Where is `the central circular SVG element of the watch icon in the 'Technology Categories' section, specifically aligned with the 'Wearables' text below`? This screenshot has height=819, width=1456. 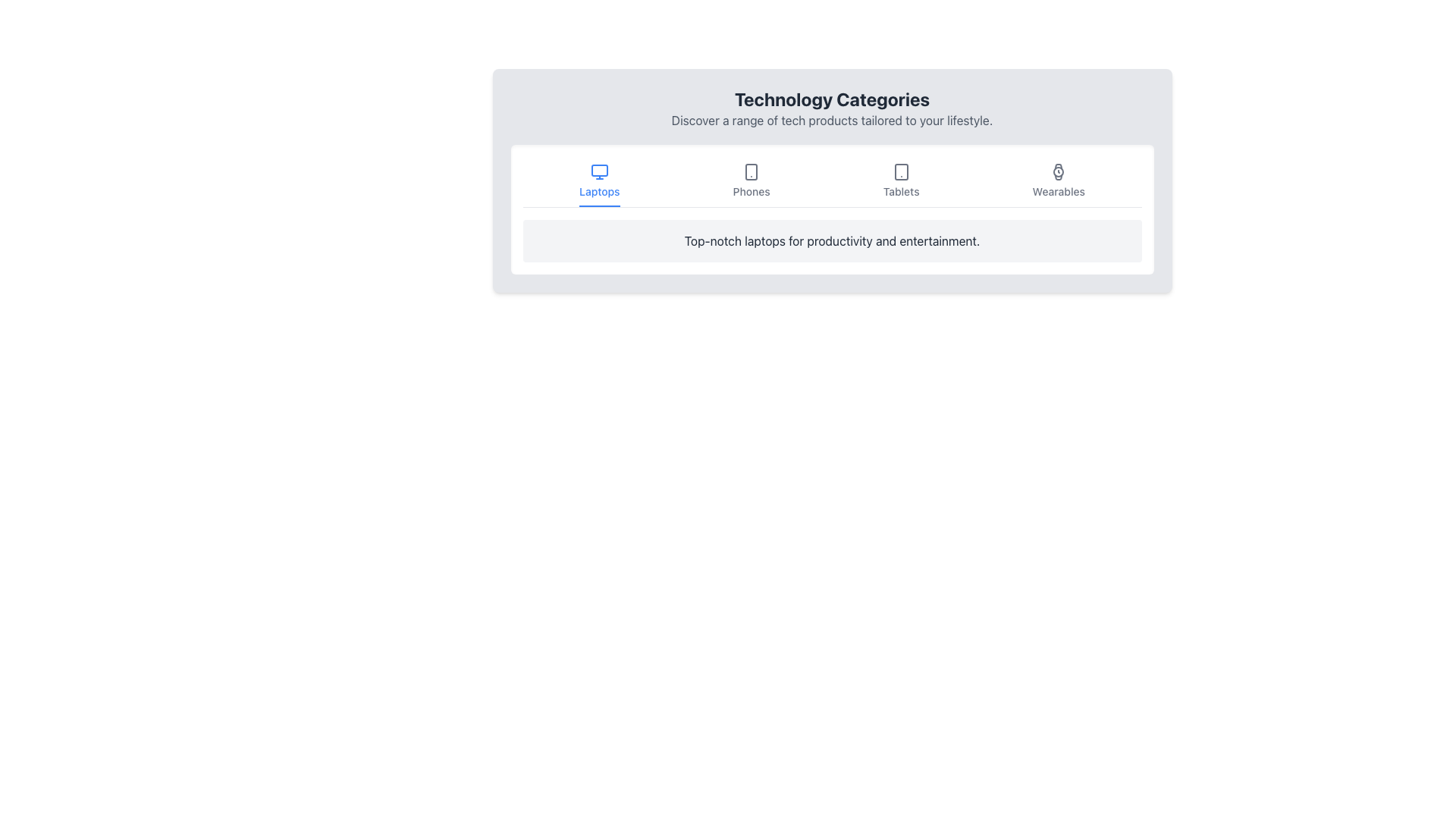 the central circular SVG element of the watch icon in the 'Technology Categories' section, specifically aligned with the 'Wearables' text below is located at coordinates (1058, 171).